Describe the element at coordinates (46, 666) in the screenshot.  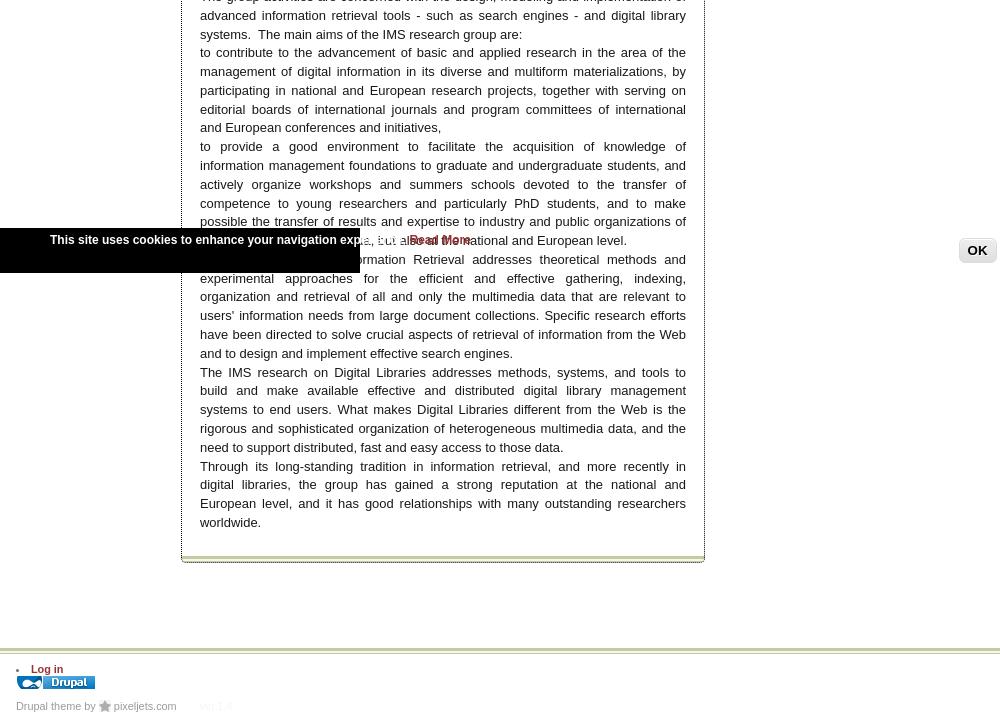
I see `'Log in'` at that location.